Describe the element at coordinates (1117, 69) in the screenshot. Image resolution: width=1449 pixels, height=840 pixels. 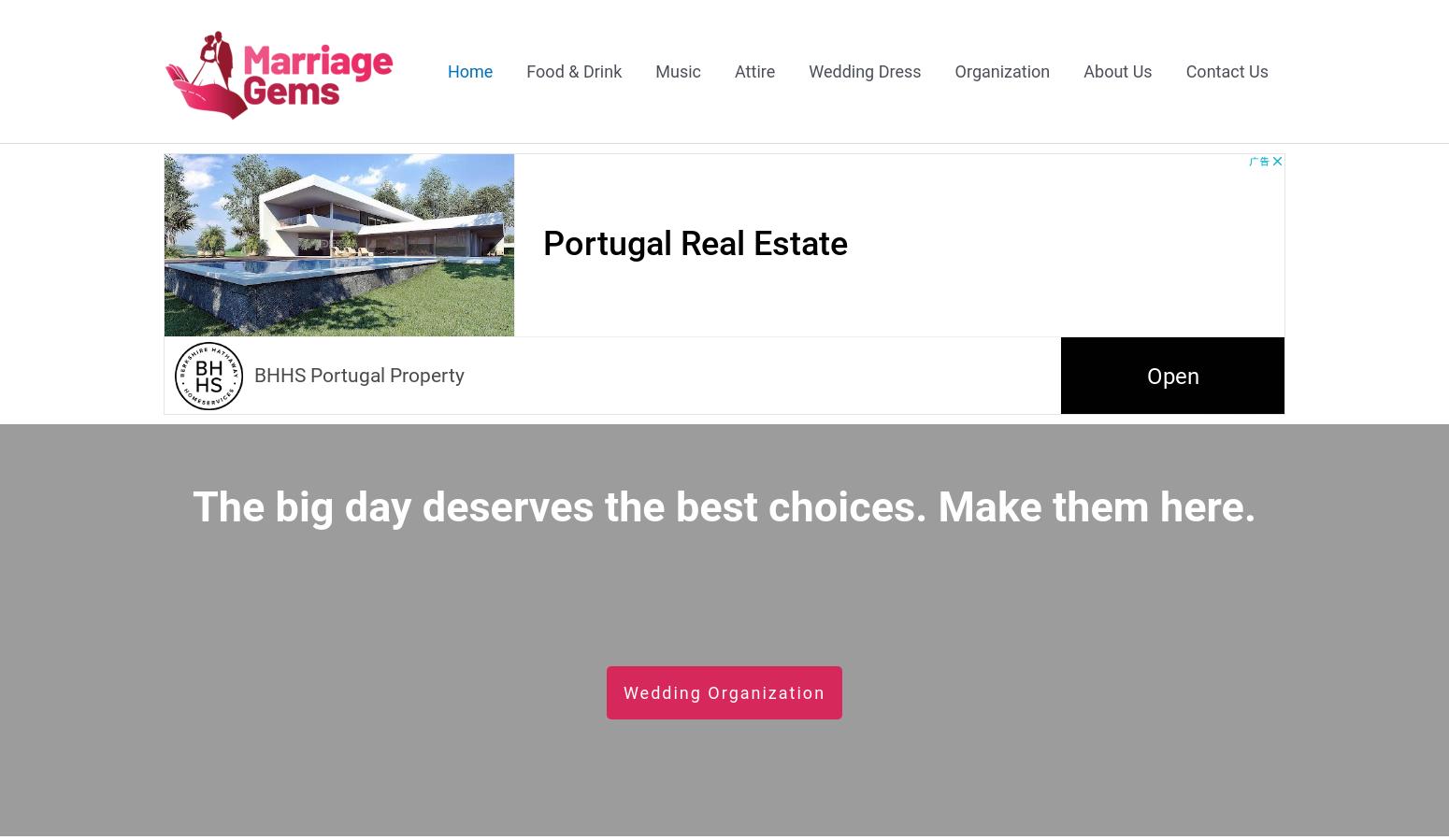
I see `'About Us'` at that location.